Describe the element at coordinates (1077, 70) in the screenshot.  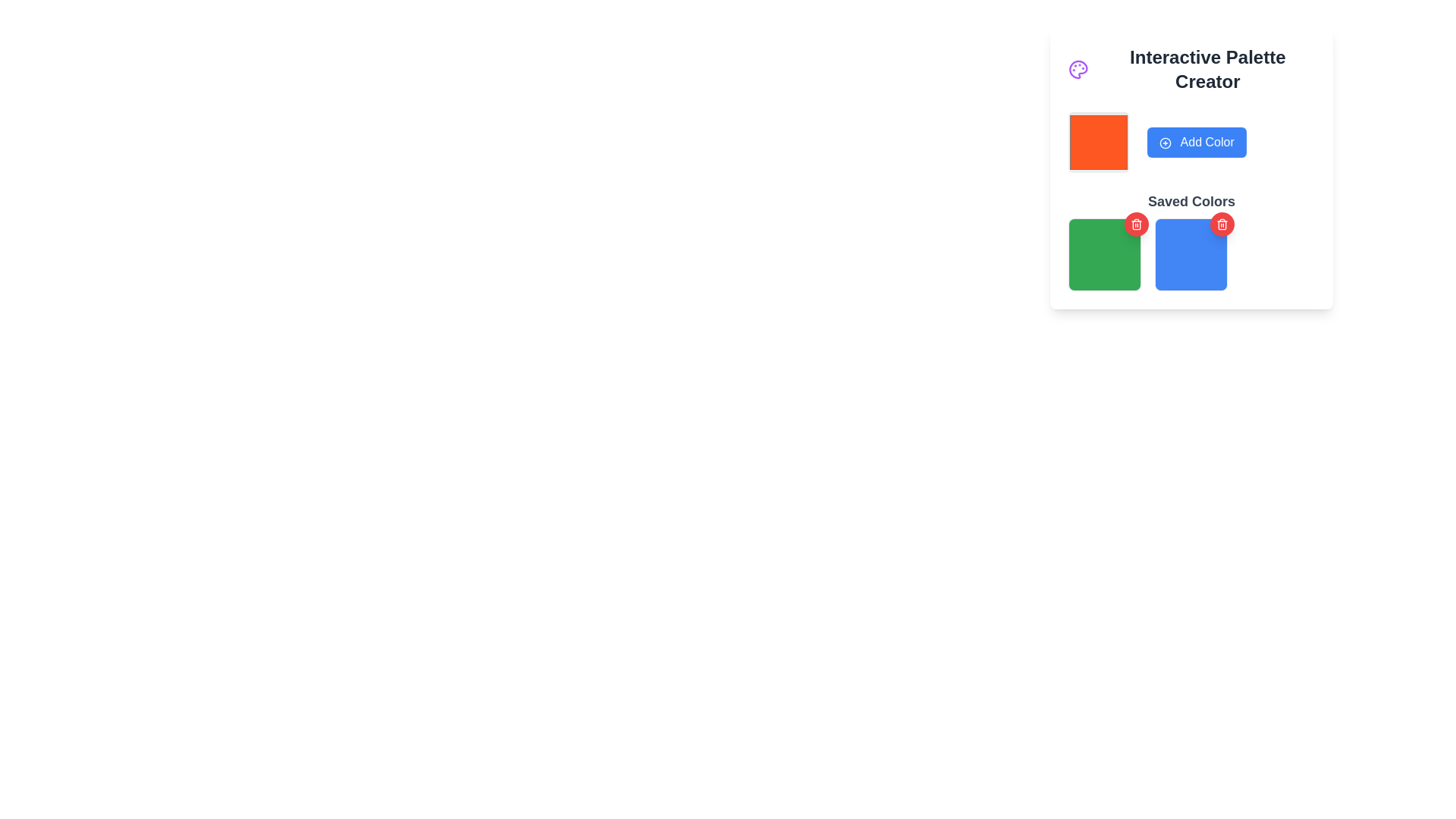
I see `the palette icon located at the top-left corner of the section, next to the 'Interactive Palette Creator' heading` at that location.